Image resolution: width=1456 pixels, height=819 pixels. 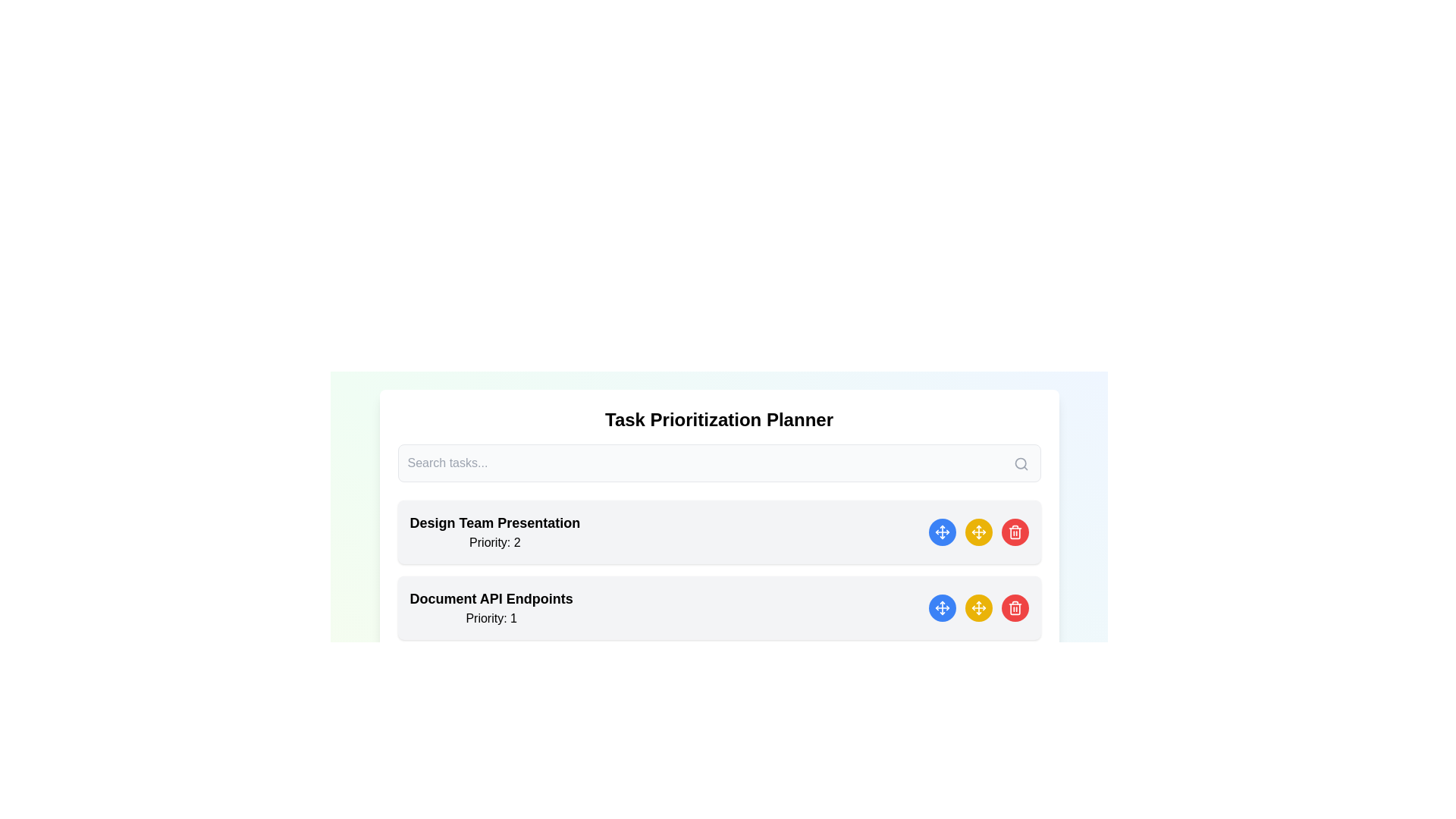 What do you see at coordinates (494, 542) in the screenshot?
I see `the text label displaying 'Priority: 2', which is located directly under the title 'Design Team Presentation' in the task prioritization interface` at bounding box center [494, 542].